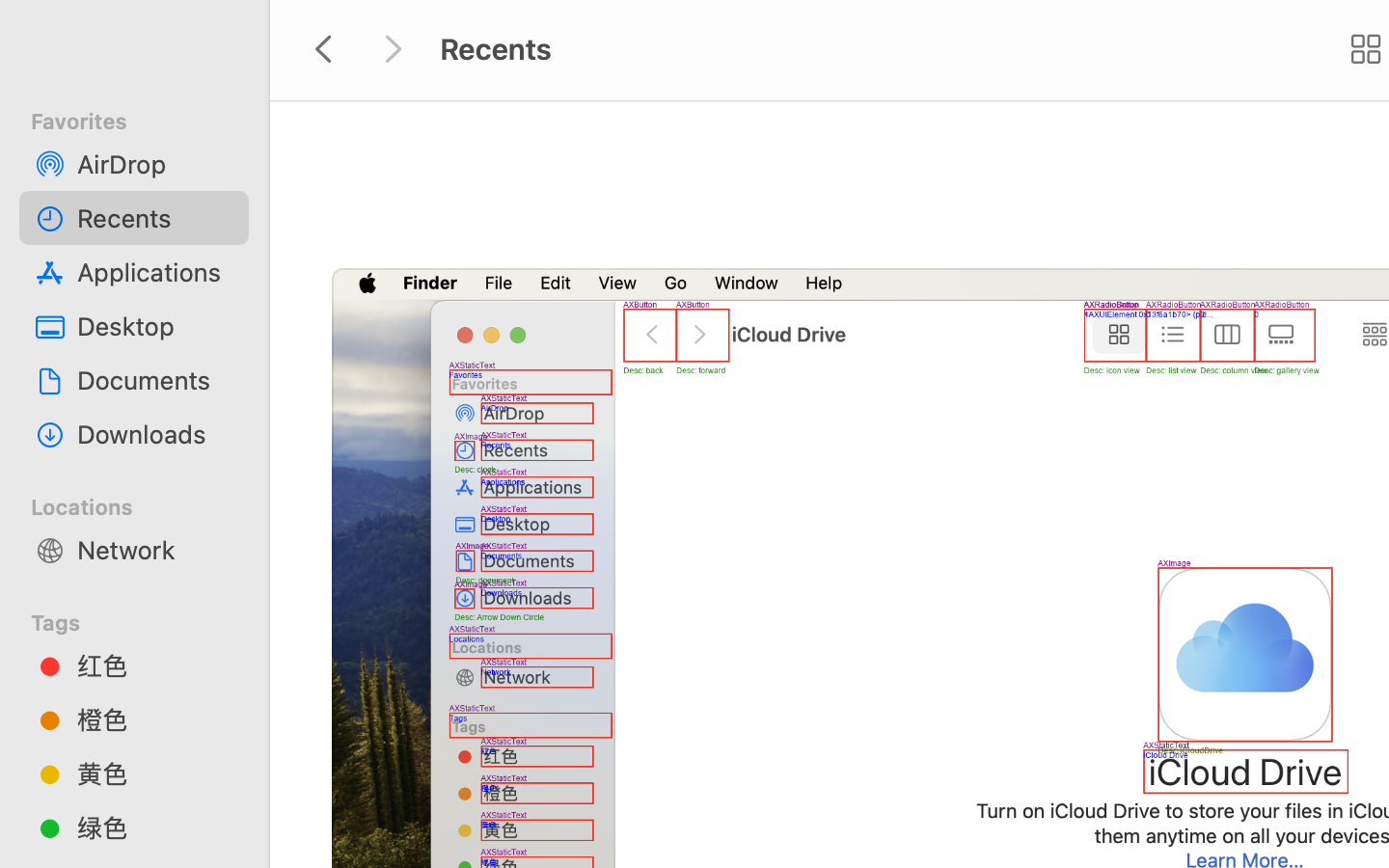 The image size is (1389, 868). What do you see at coordinates (153, 434) in the screenshot?
I see `'Downloads'` at bounding box center [153, 434].